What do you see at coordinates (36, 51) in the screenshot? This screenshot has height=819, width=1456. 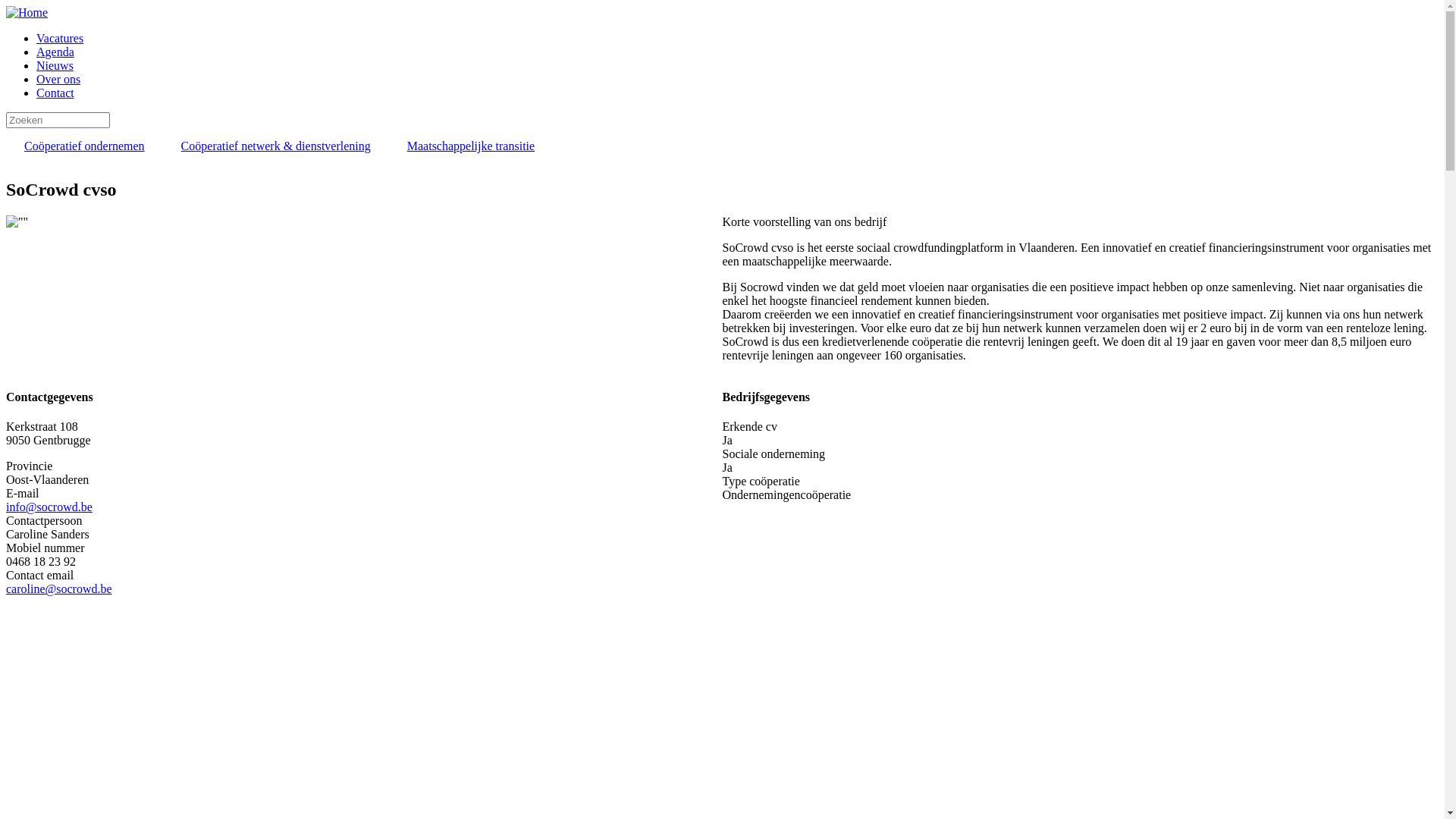 I see `'Agenda'` at bounding box center [36, 51].